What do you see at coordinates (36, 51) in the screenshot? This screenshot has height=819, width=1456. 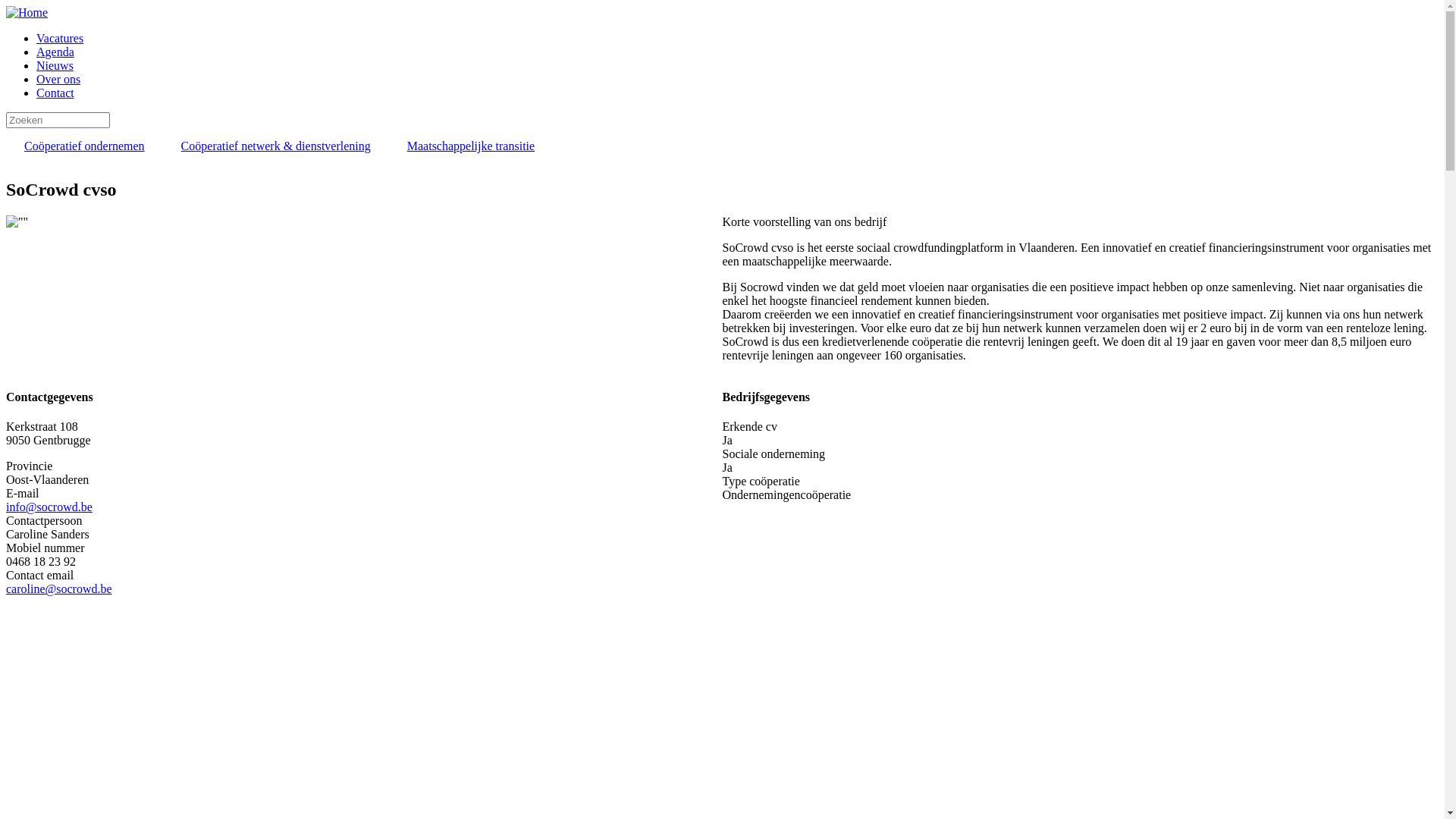 I see `'Agenda'` at bounding box center [36, 51].